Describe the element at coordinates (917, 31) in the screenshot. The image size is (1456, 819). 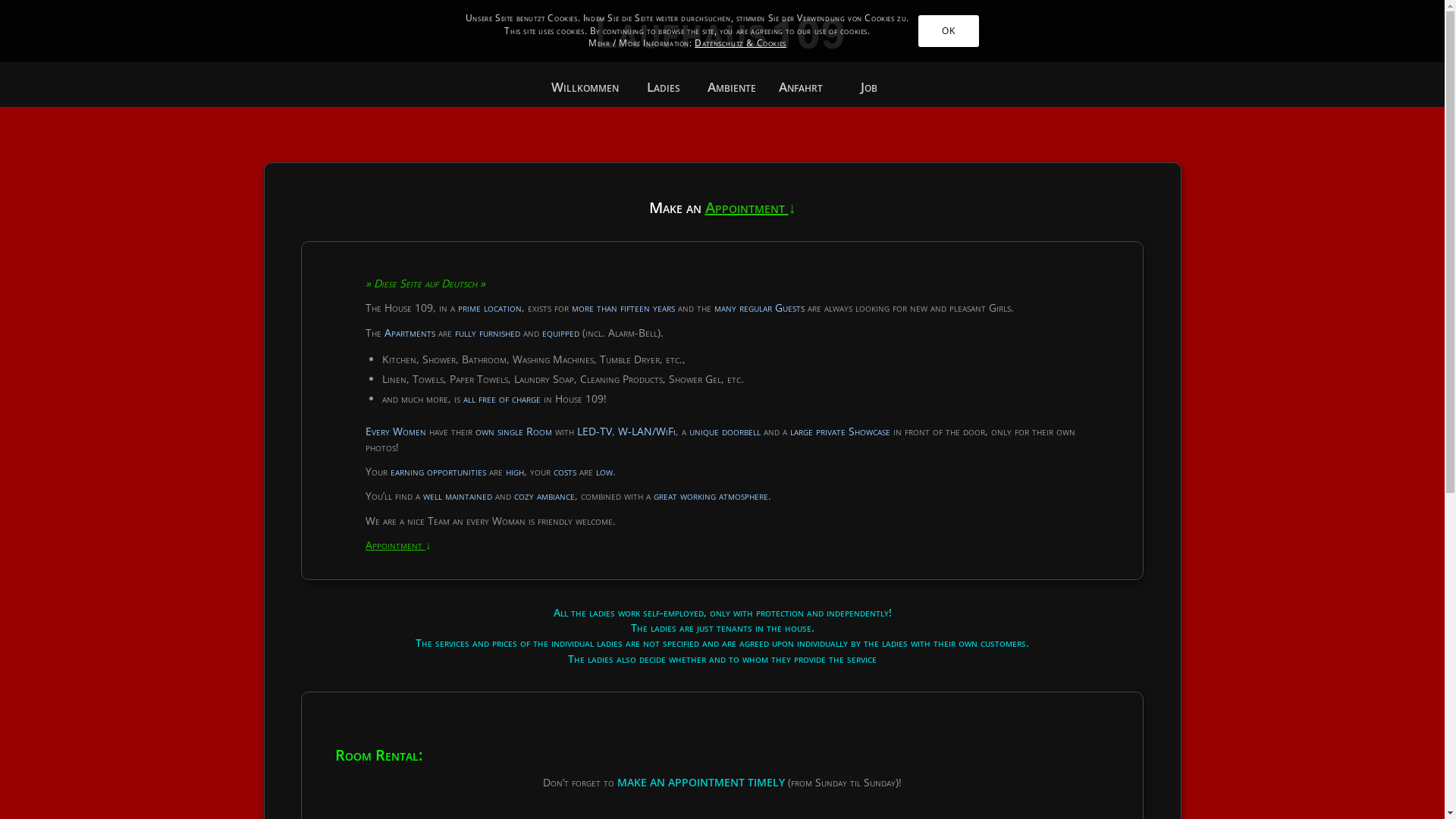
I see `'OK'` at that location.